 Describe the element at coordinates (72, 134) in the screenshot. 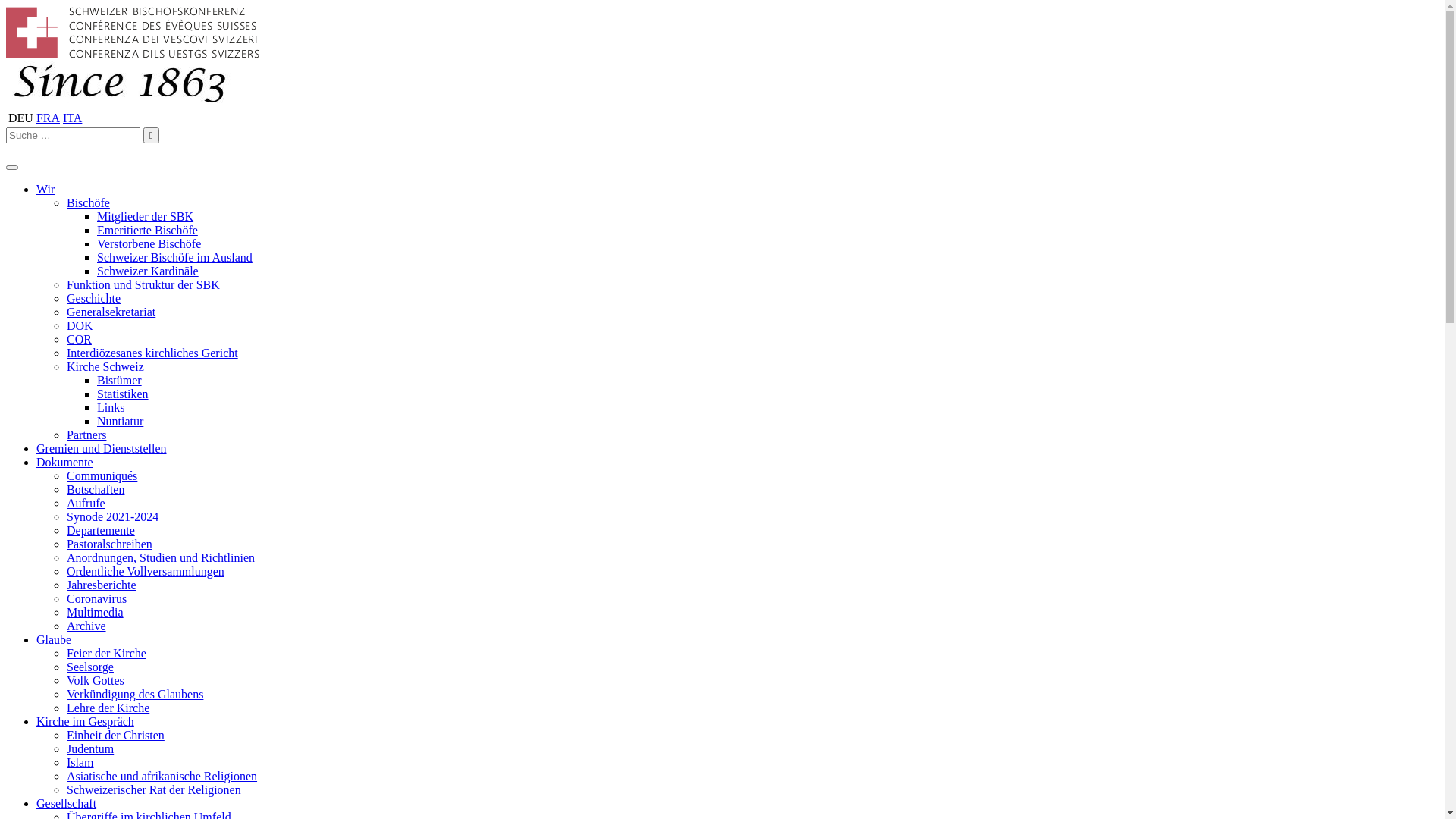

I see `'Suchen nach:'` at that location.